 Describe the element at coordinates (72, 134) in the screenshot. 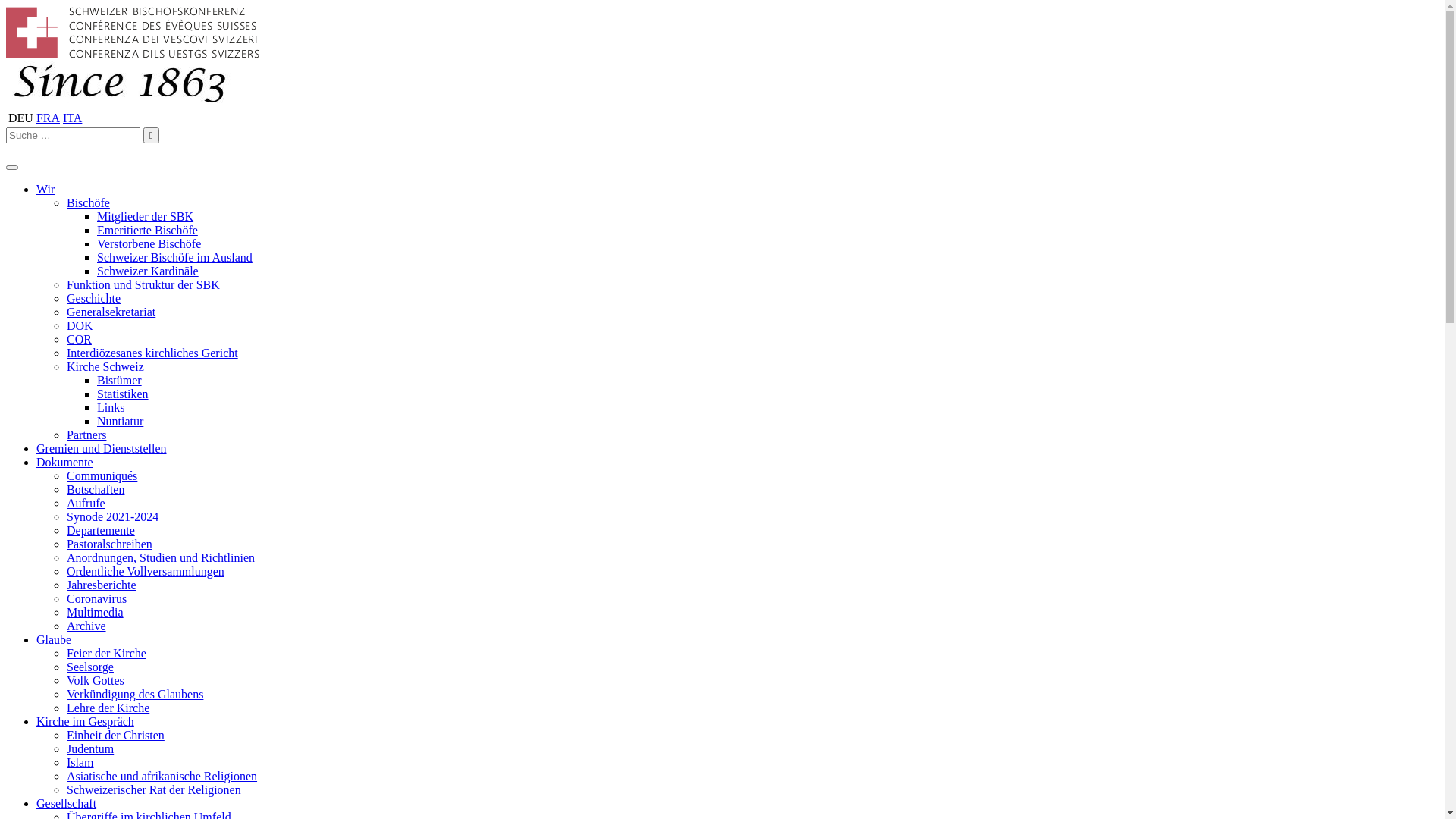

I see `'Suchen nach:'` at that location.